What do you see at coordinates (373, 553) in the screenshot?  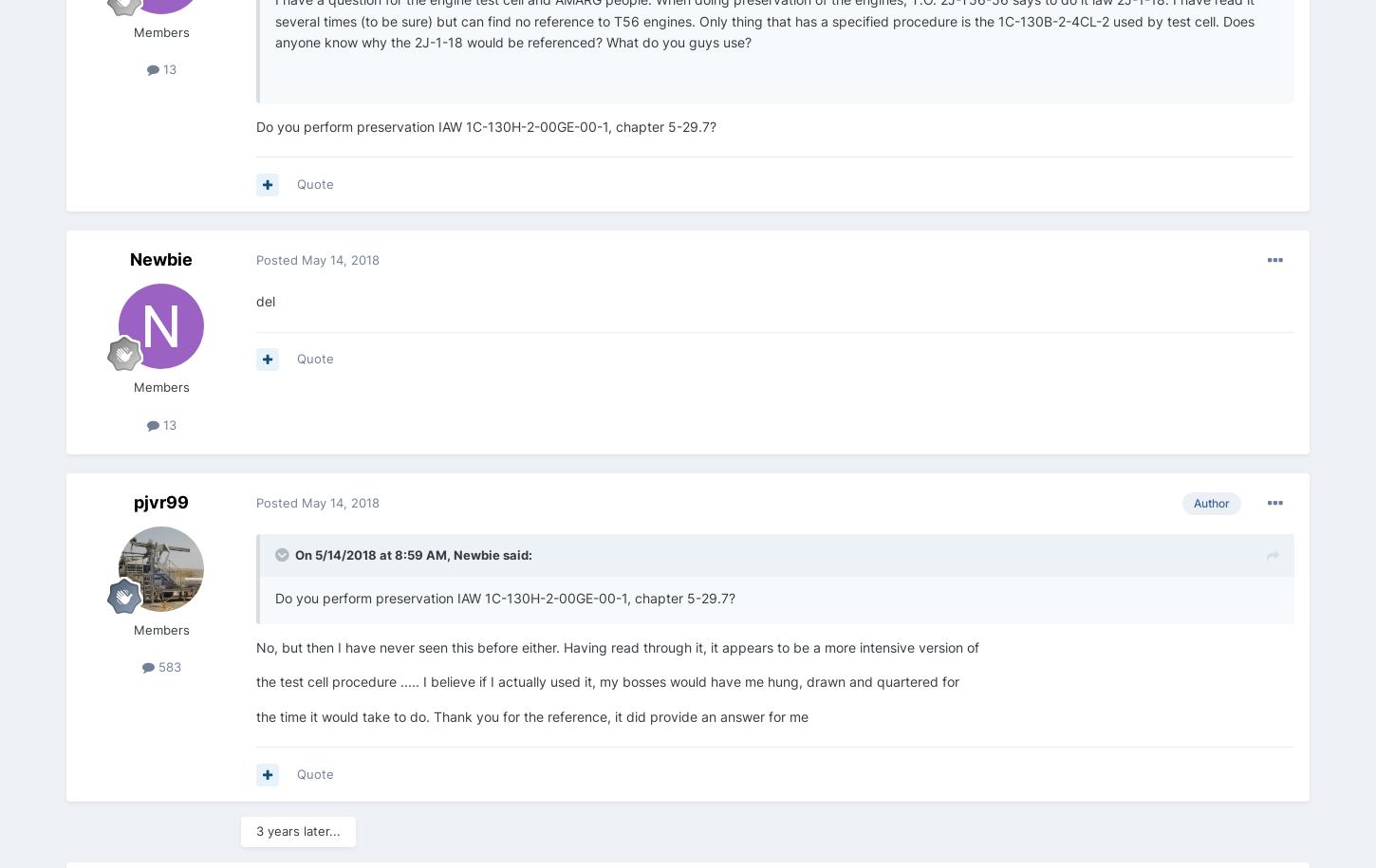 I see `'On 5/14/2018 at 8:59 AM,'` at bounding box center [373, 553].